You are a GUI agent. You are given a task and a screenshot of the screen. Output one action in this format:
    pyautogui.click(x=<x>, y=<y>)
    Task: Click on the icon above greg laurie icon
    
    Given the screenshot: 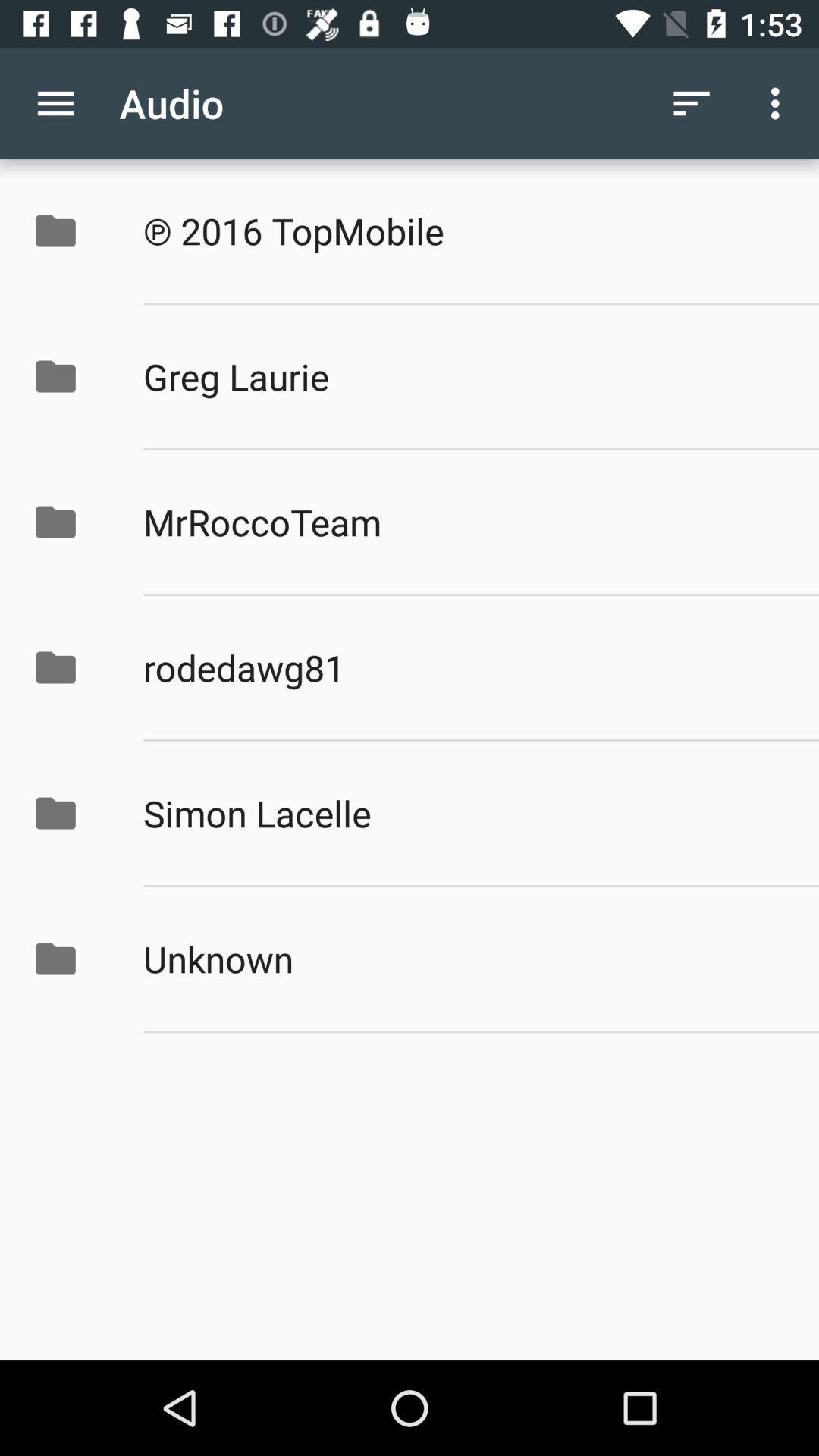 What is the action you would take?
    pyautogui.click(x=464, y=230)
    